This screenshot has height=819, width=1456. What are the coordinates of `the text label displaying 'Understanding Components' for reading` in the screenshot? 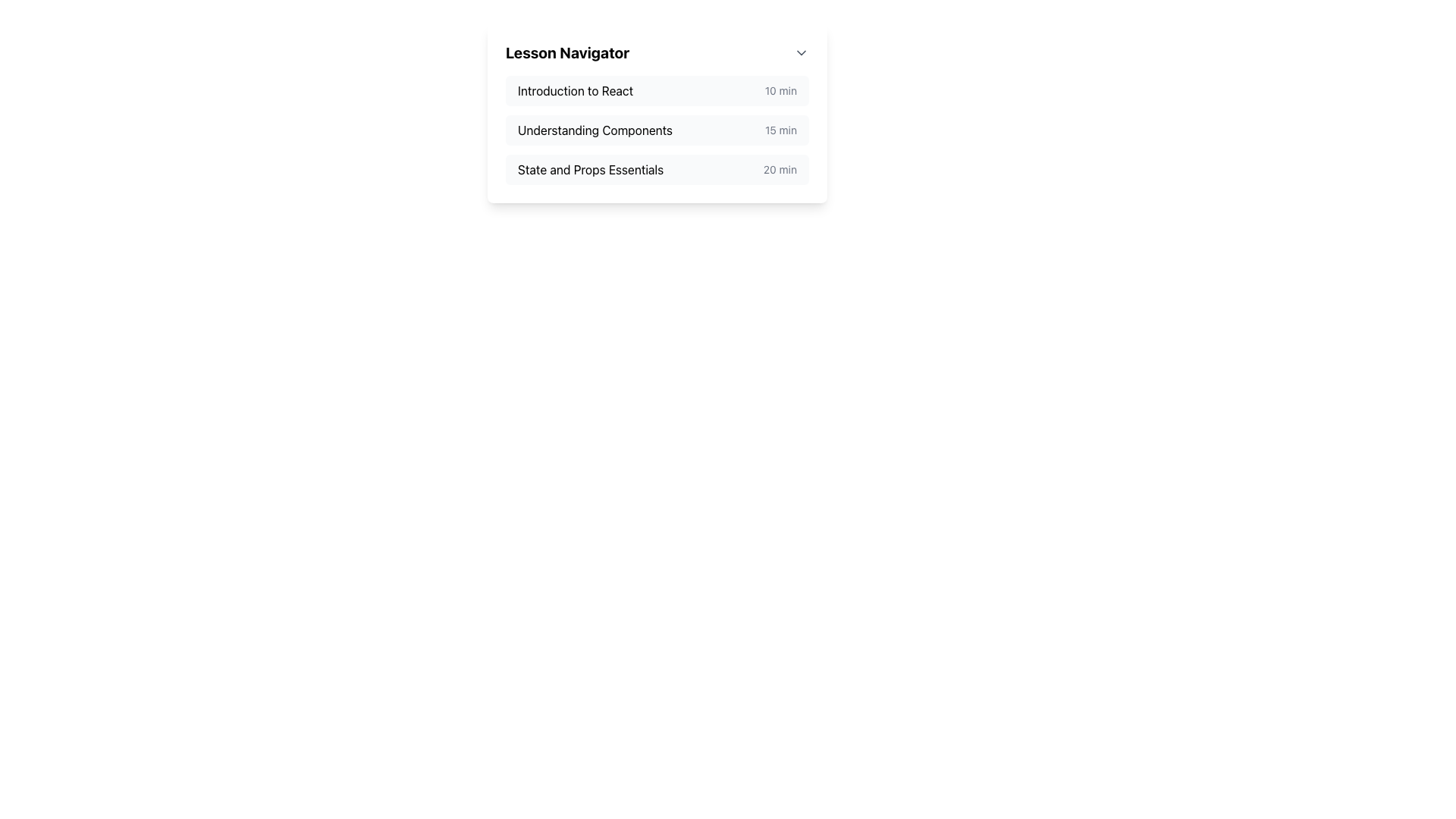 It's located at (595, 130).